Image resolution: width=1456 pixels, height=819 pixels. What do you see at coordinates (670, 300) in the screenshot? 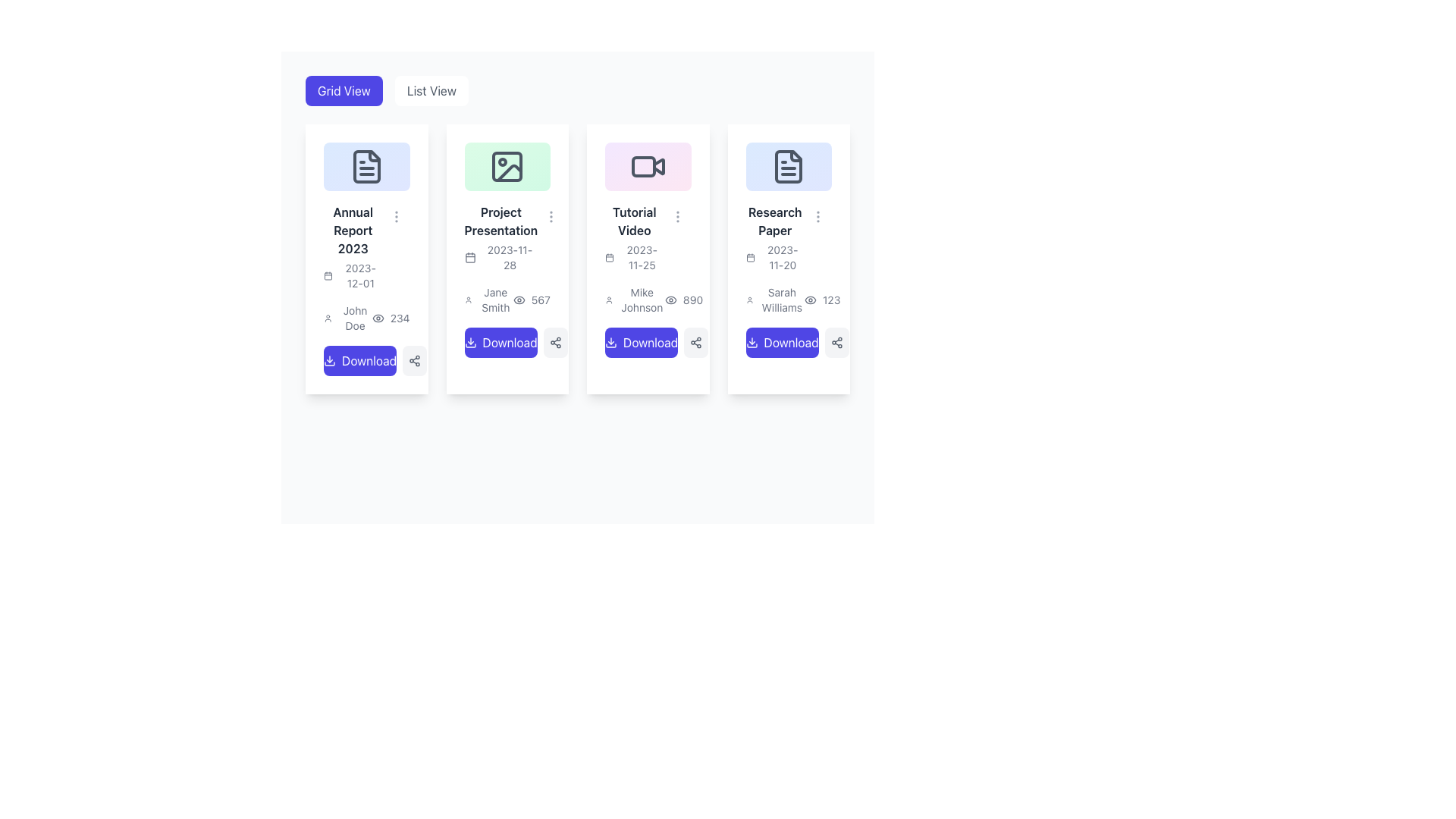
I see `the view count icon for the 'Tutorial Video' which is positioned left of the number '890', below 'Mike Johnson', and above the 'Download' button` at bounding box center [670, 300].